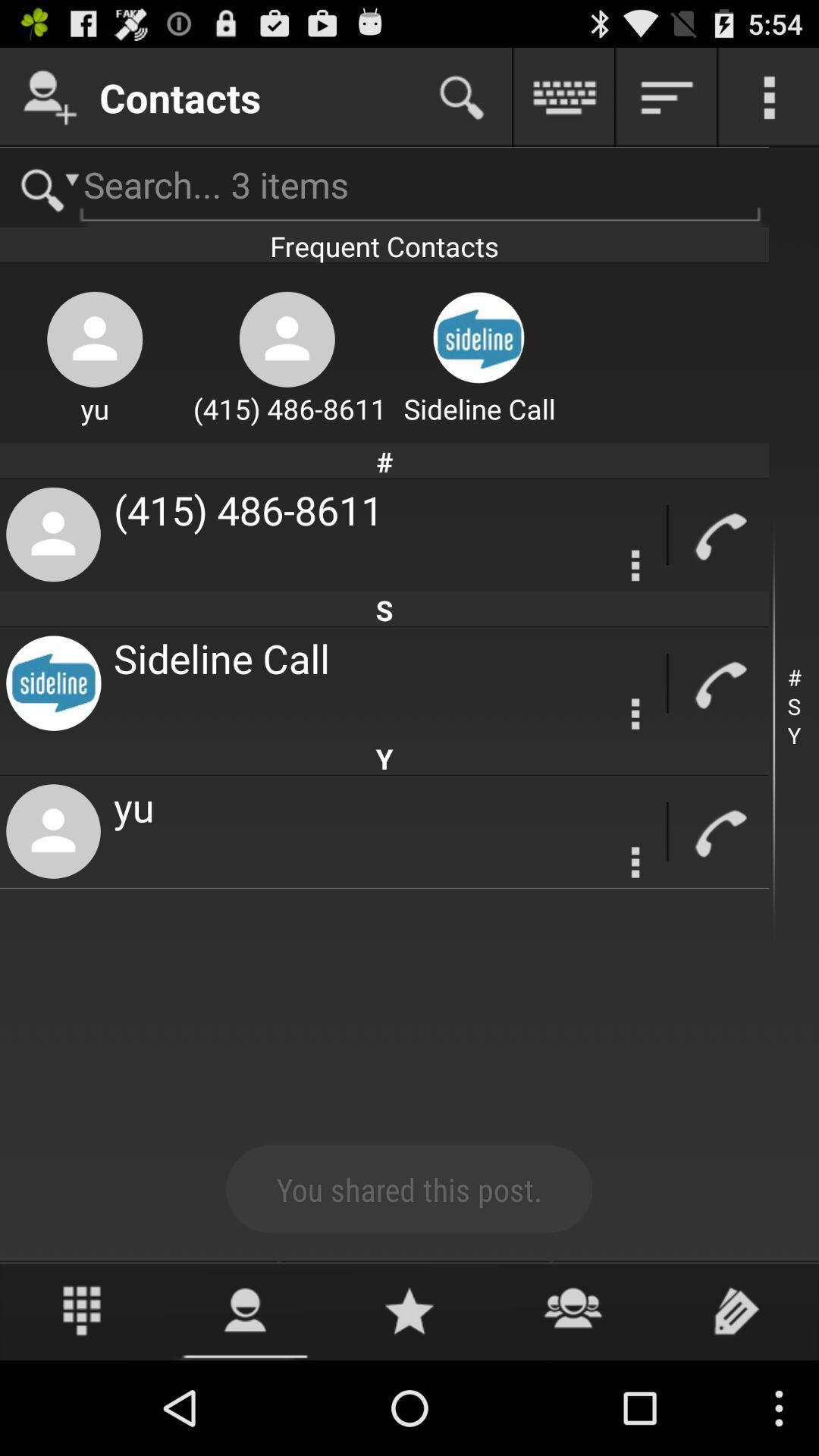 The image size is (819, 1456). Describe the element at coordinates (49, 96) in the screenshot. I see `contact plus option` at that location.